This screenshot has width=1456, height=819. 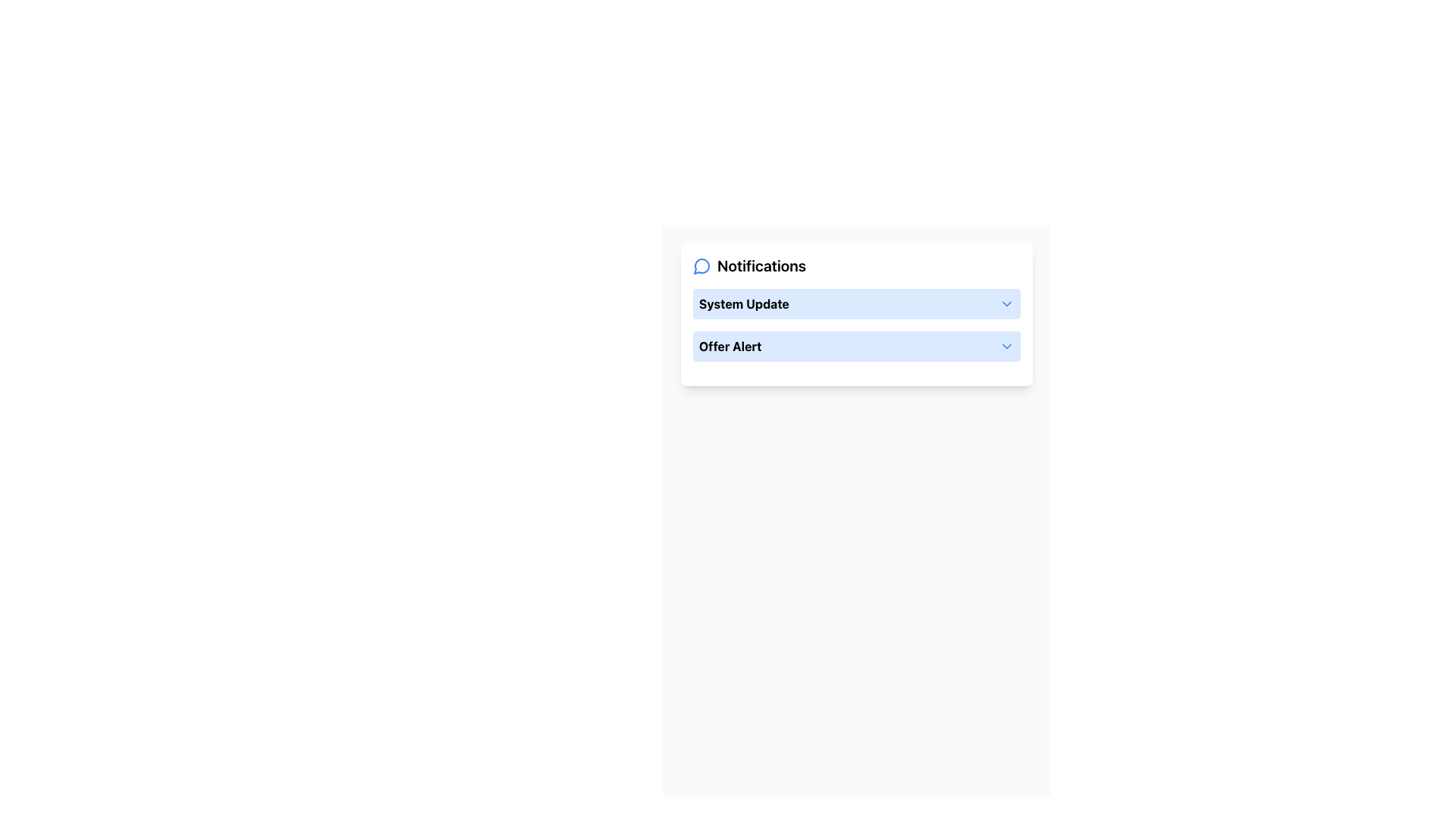 What do you see at coordinates (856, 346) in the screenshot?
I see `the 'Offer Alert' dropdown button located under the 'Notifications' section` at bounding box center [856, 346].